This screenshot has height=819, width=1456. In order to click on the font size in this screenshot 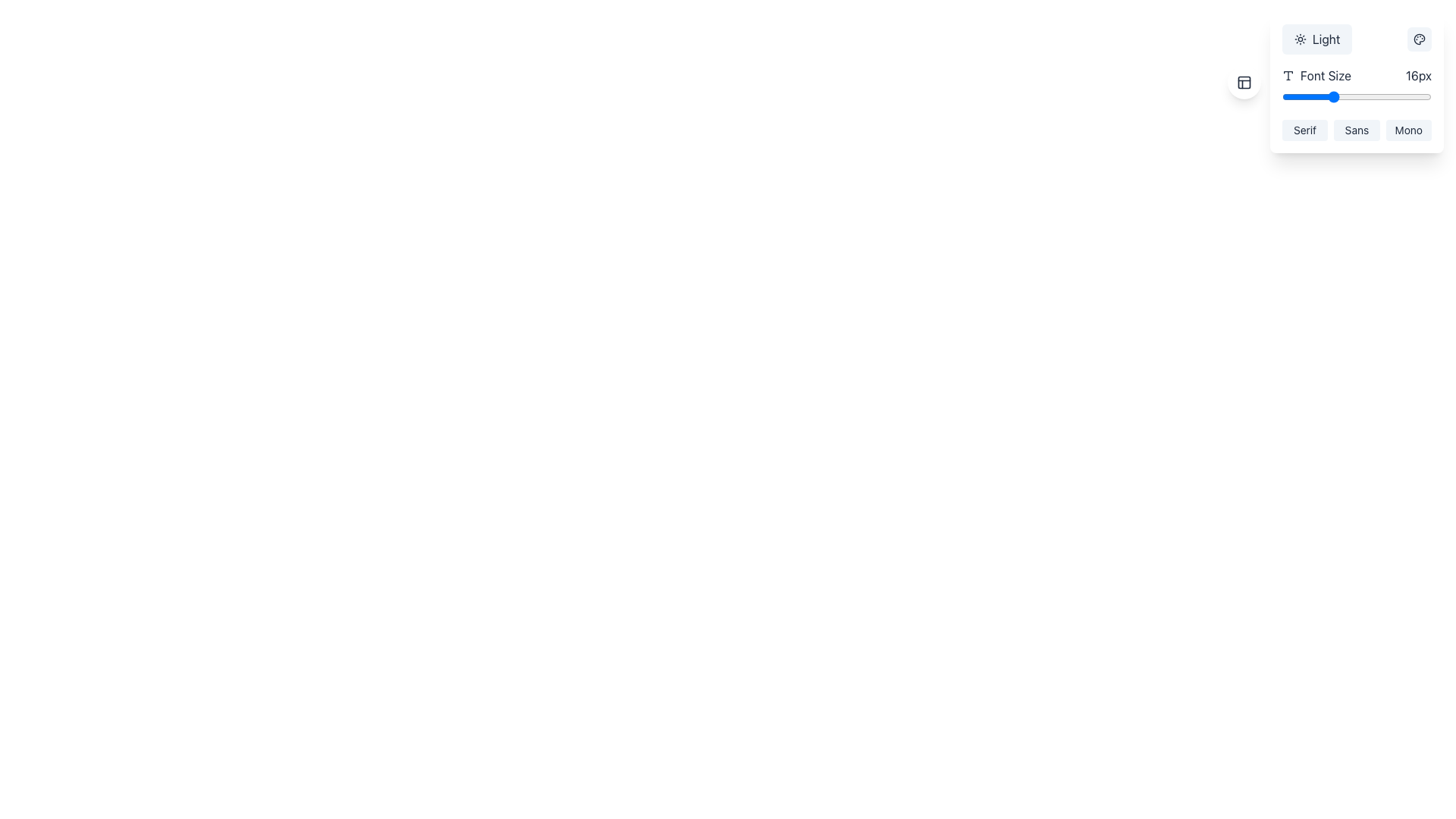, I will do `click(1306, 96)`.